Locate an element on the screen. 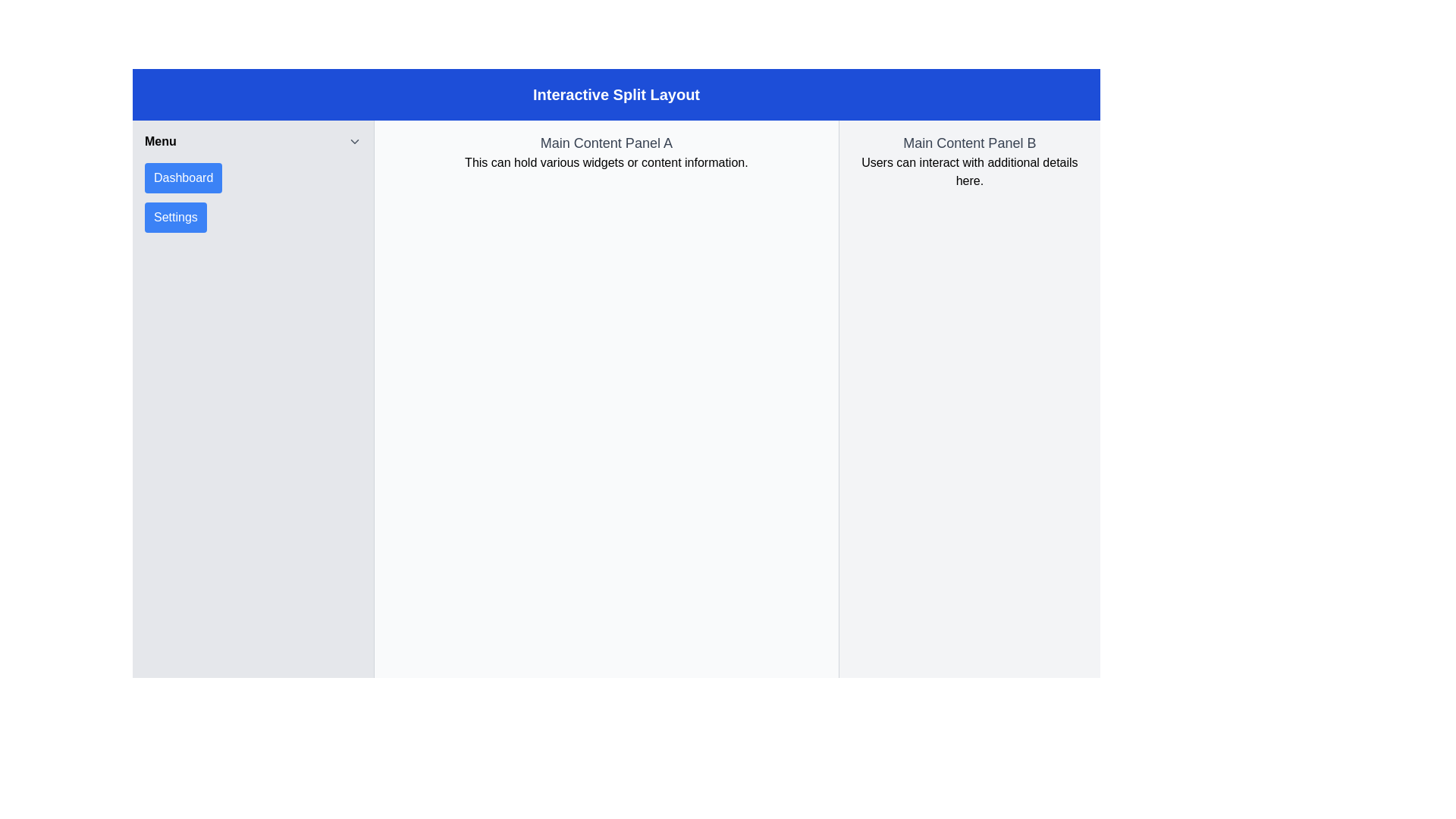  the static instructional text that reads 'Users can interact with additional details here.' located beneath the title 'Main Content Panel B' in the right section of the split layout interface is located at coordinates (968, 171).